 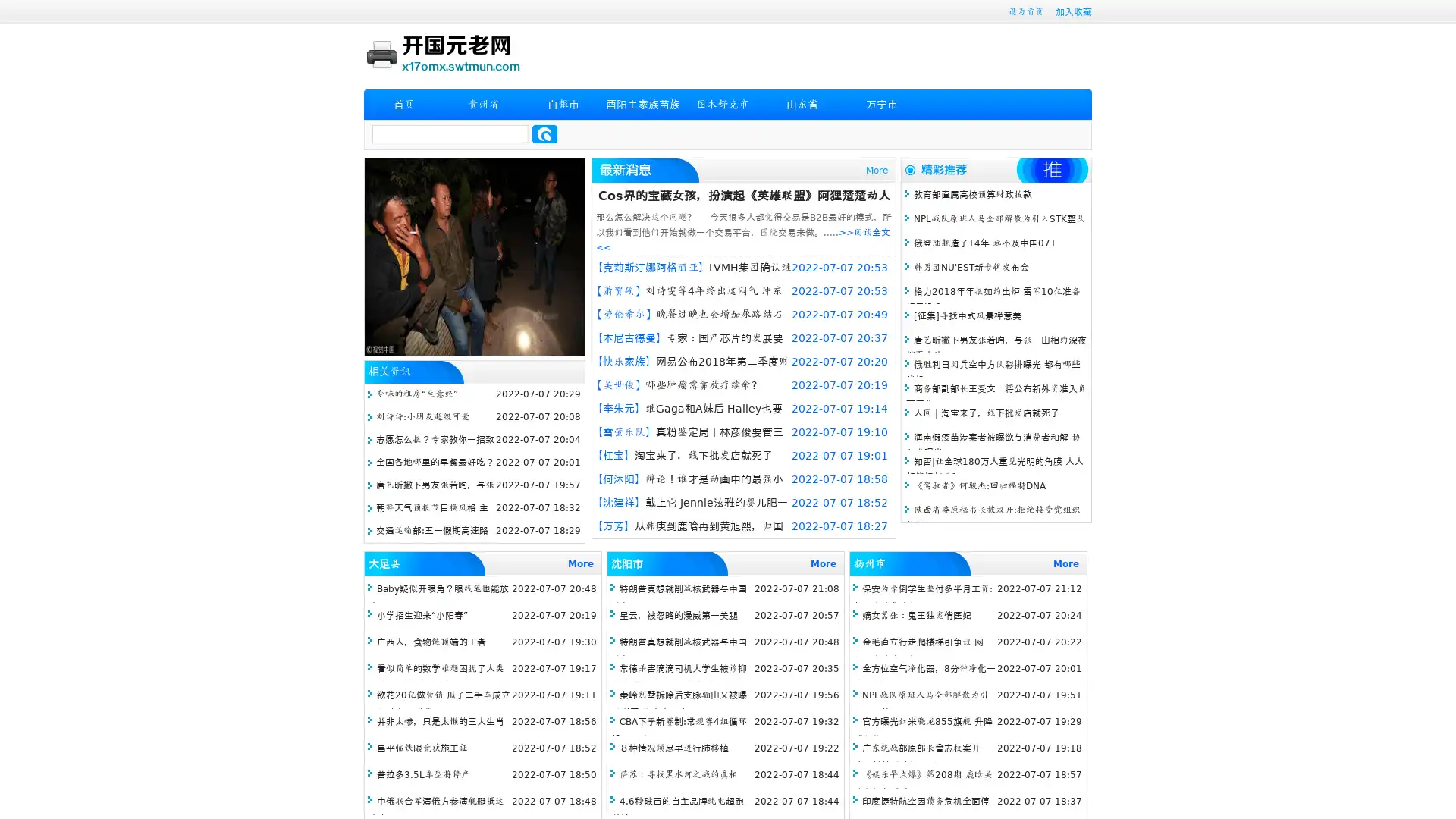 I want to click on Search, so click(x=544, y=133).